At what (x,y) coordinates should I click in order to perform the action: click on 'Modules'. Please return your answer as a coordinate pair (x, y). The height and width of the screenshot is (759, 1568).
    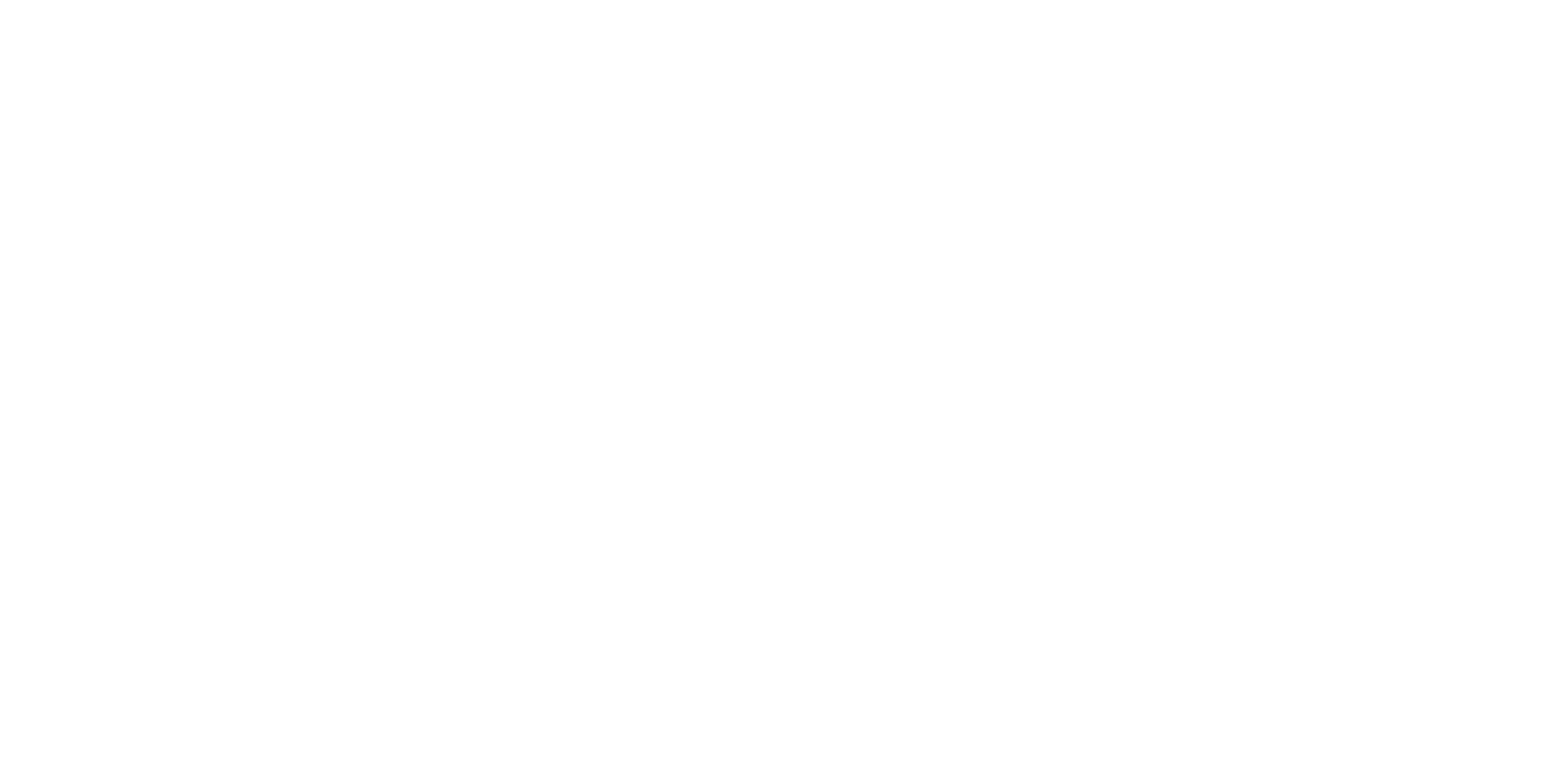
    Looking at the image, I should click on (1037, 9).